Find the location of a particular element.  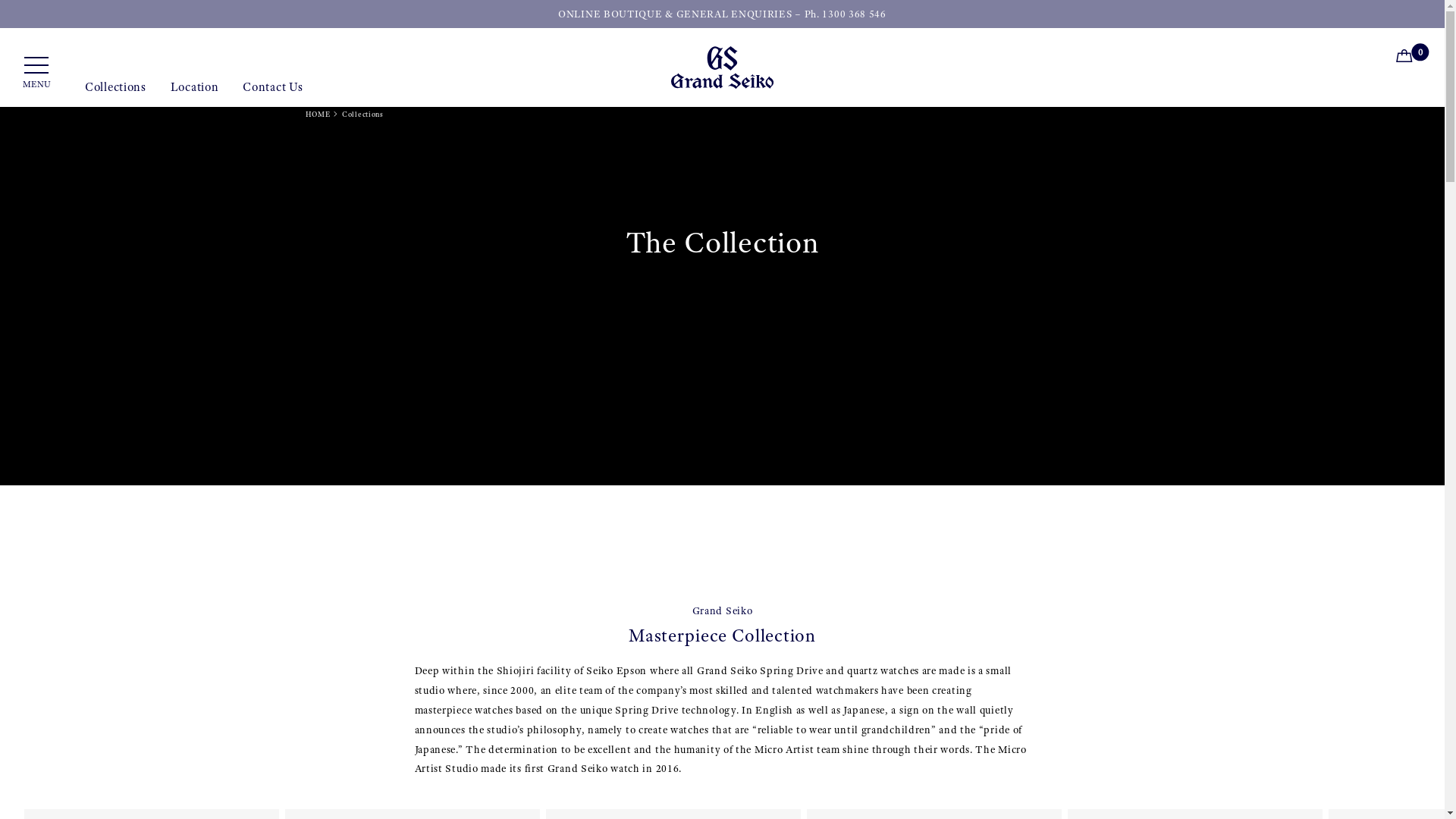

'0' is located at coordinates (1407, 58).